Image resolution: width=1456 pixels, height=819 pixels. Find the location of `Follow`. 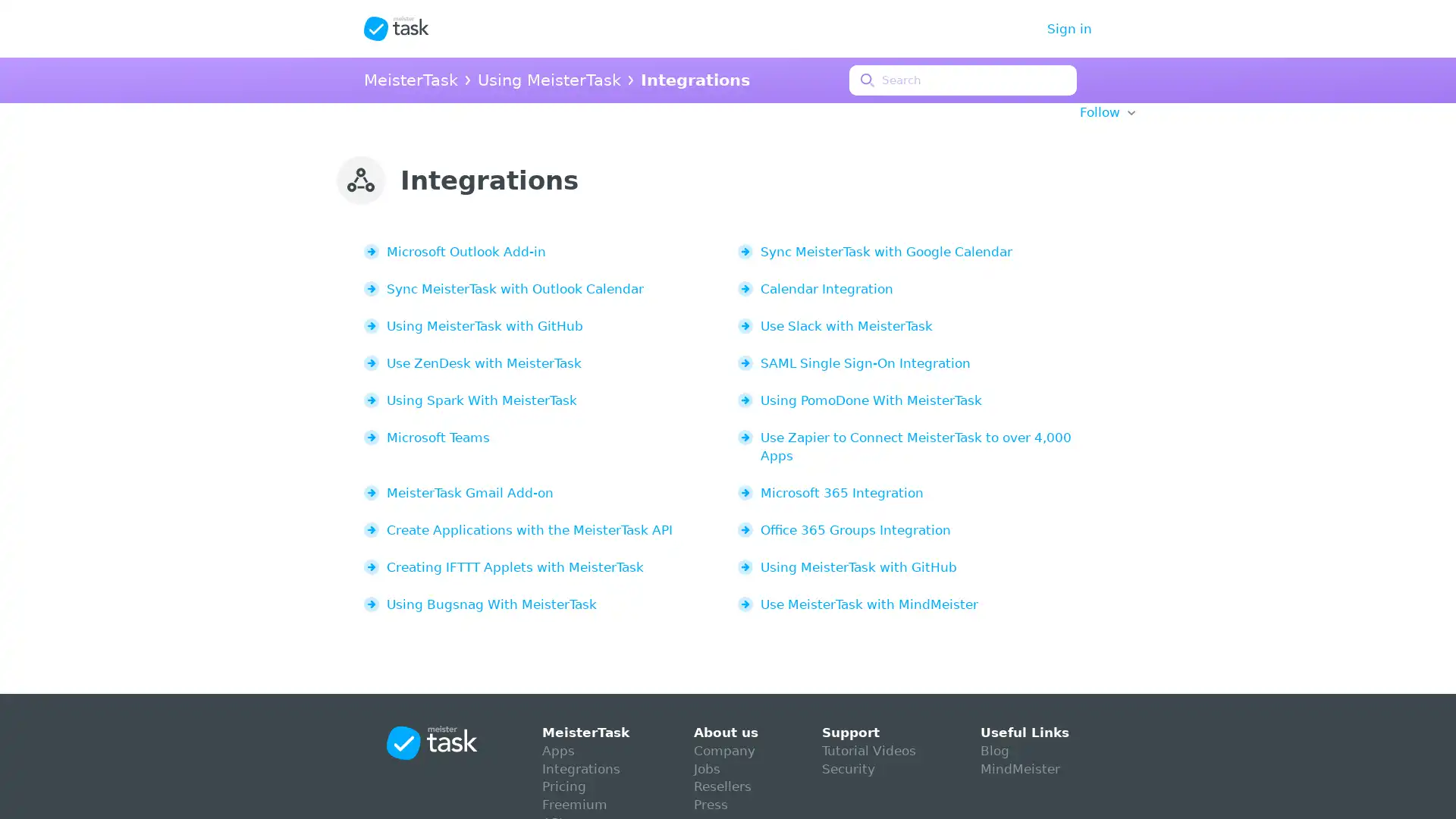

Follow is located at coordinates (1106, 111).